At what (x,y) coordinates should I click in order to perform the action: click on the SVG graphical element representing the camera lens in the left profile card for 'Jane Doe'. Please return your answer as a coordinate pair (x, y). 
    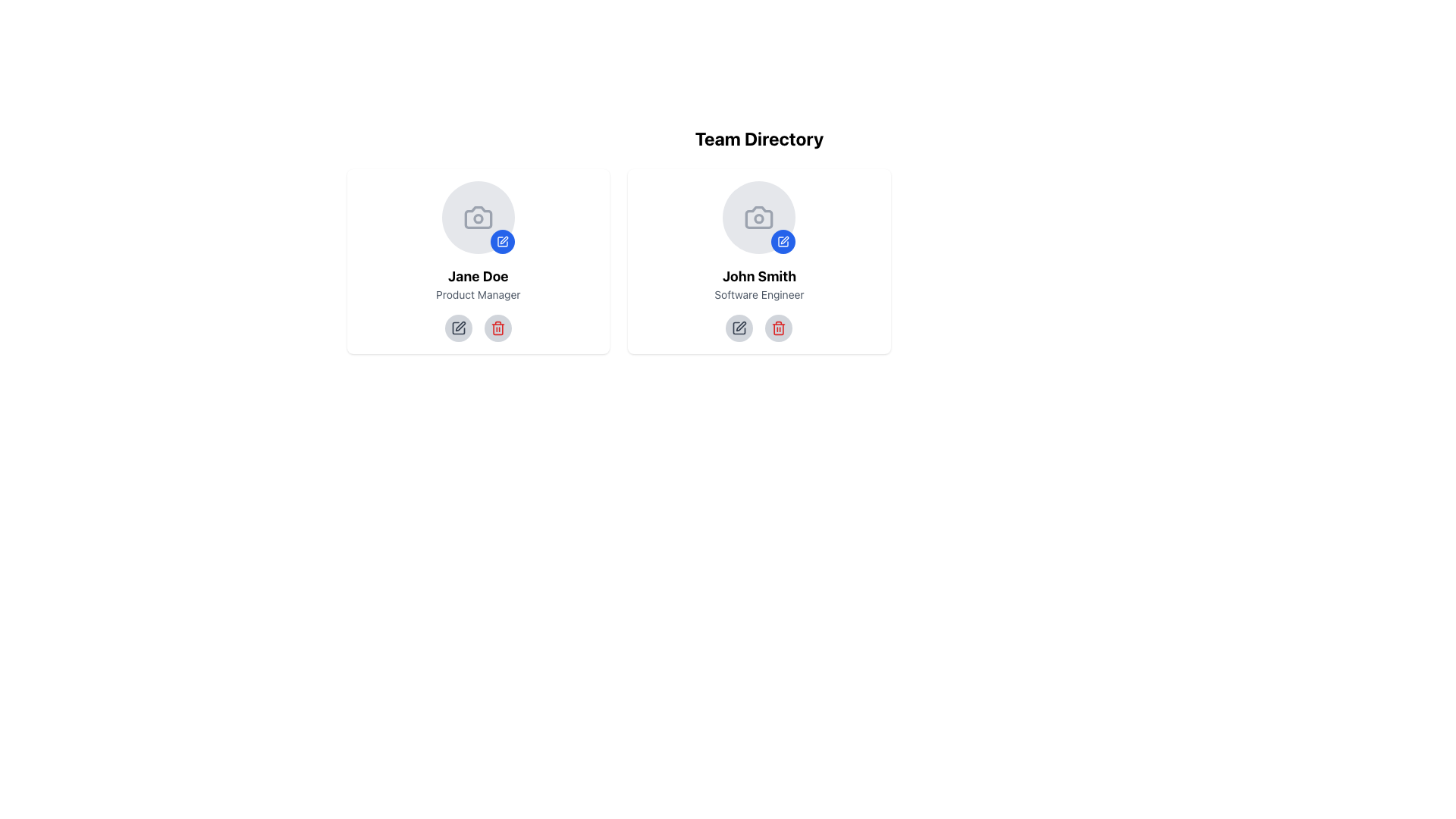
    Looking at the image, I should click on (477, 218).